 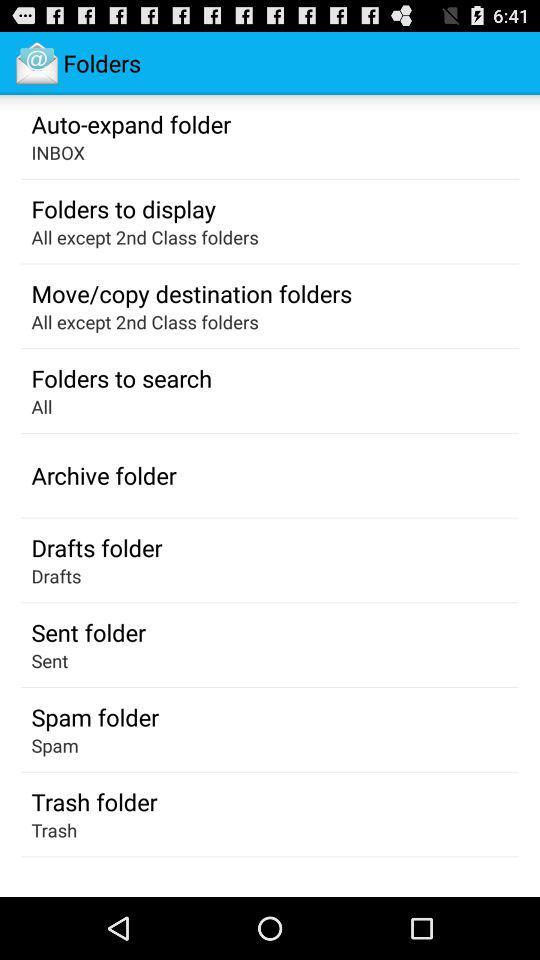 What do you see at coordinates (95, 547) in the screenshot?
I see `icon below the archive folder app` at bounding box center [95, 547].